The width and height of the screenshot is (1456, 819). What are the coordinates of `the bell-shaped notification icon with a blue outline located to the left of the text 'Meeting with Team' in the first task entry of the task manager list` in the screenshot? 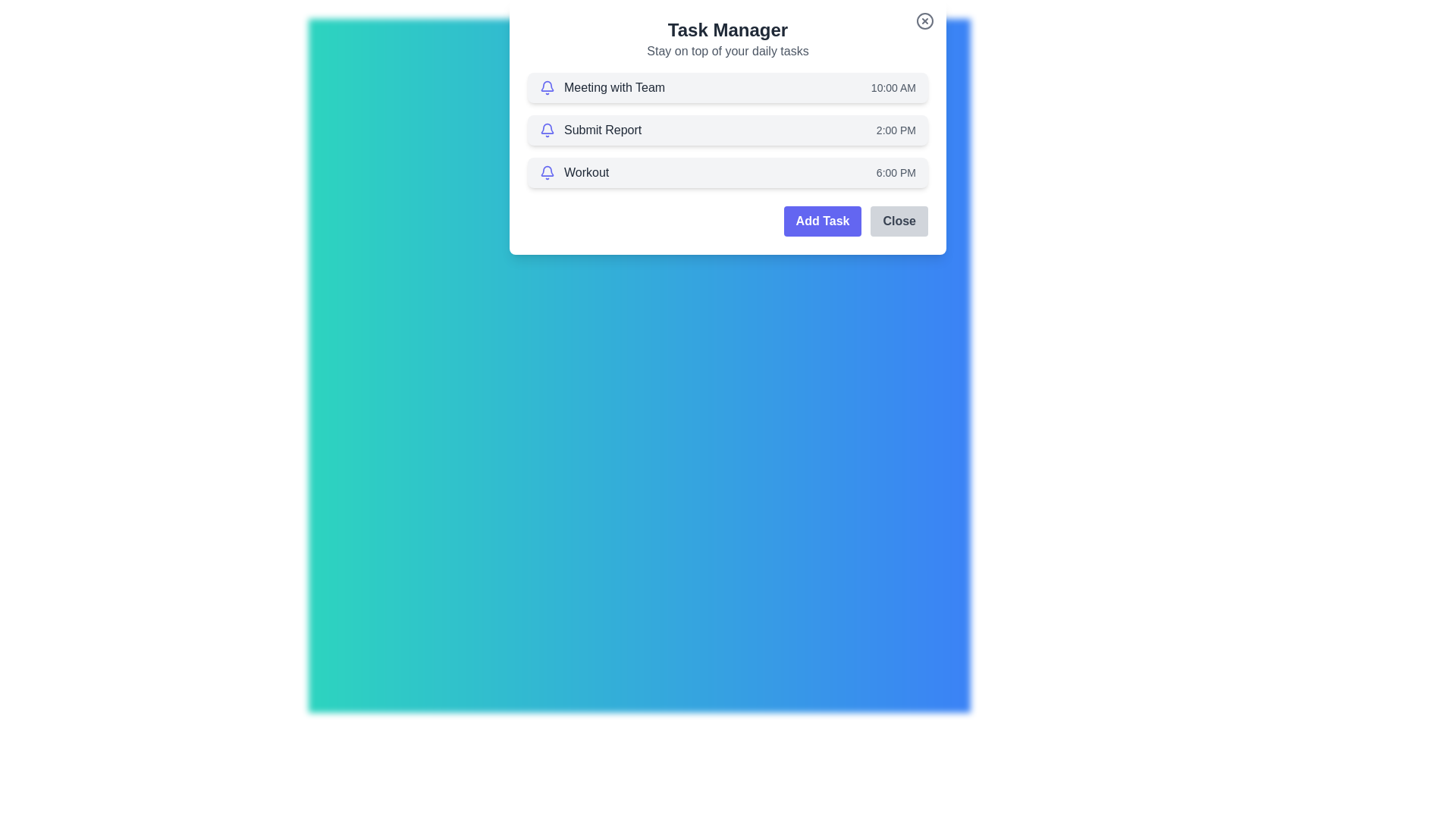 It's located at (546, 87).